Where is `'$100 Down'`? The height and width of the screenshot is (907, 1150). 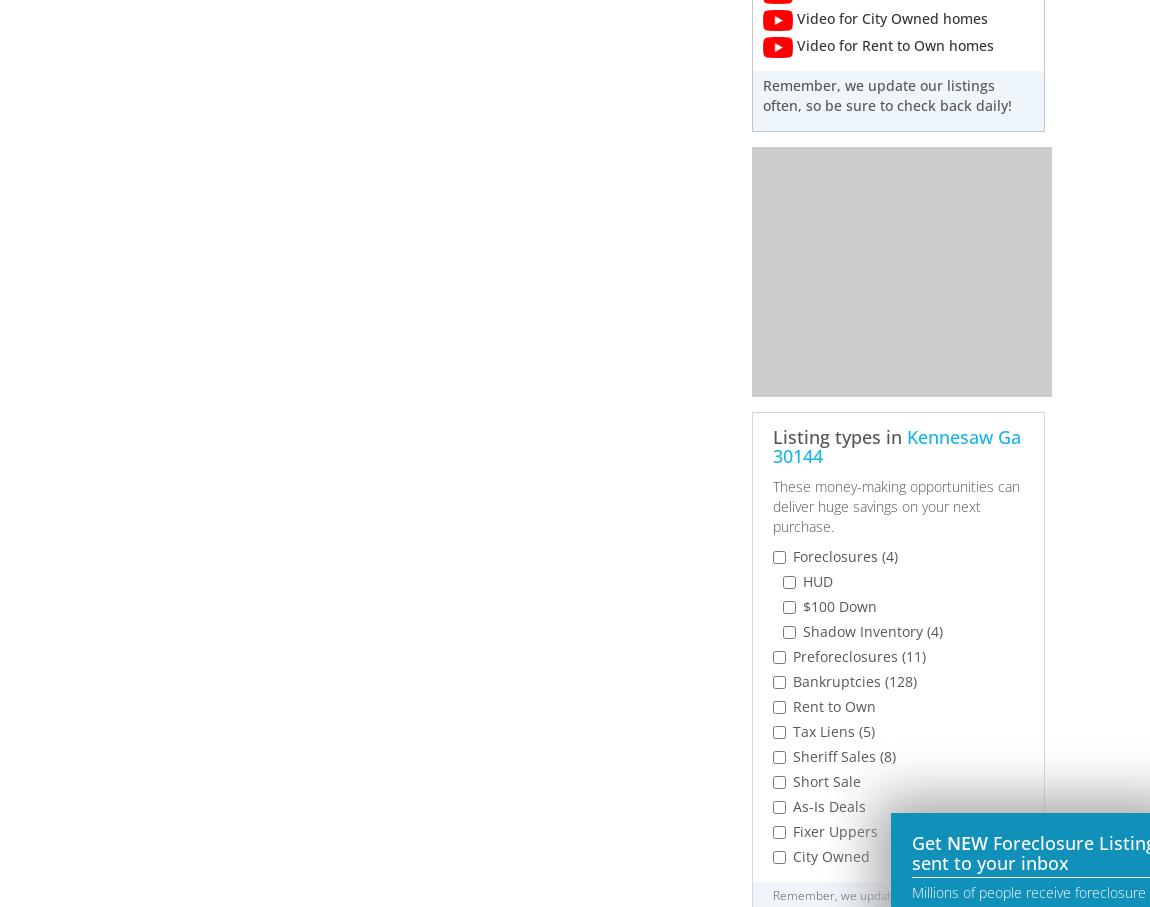 '$100 Down' is located at coordinates (838, 605).